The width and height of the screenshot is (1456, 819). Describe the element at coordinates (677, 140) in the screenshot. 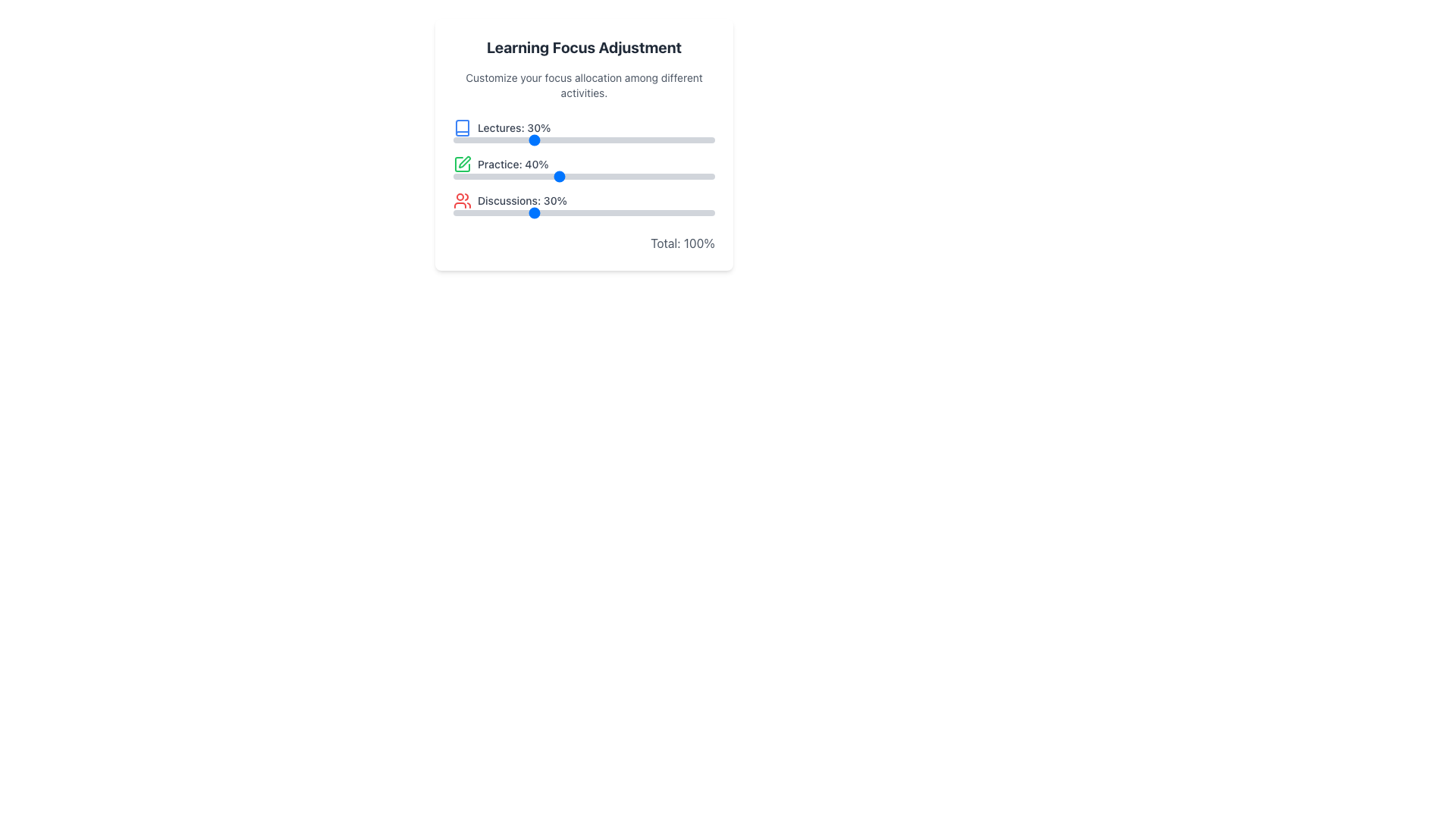

I see `the slider` at that location.